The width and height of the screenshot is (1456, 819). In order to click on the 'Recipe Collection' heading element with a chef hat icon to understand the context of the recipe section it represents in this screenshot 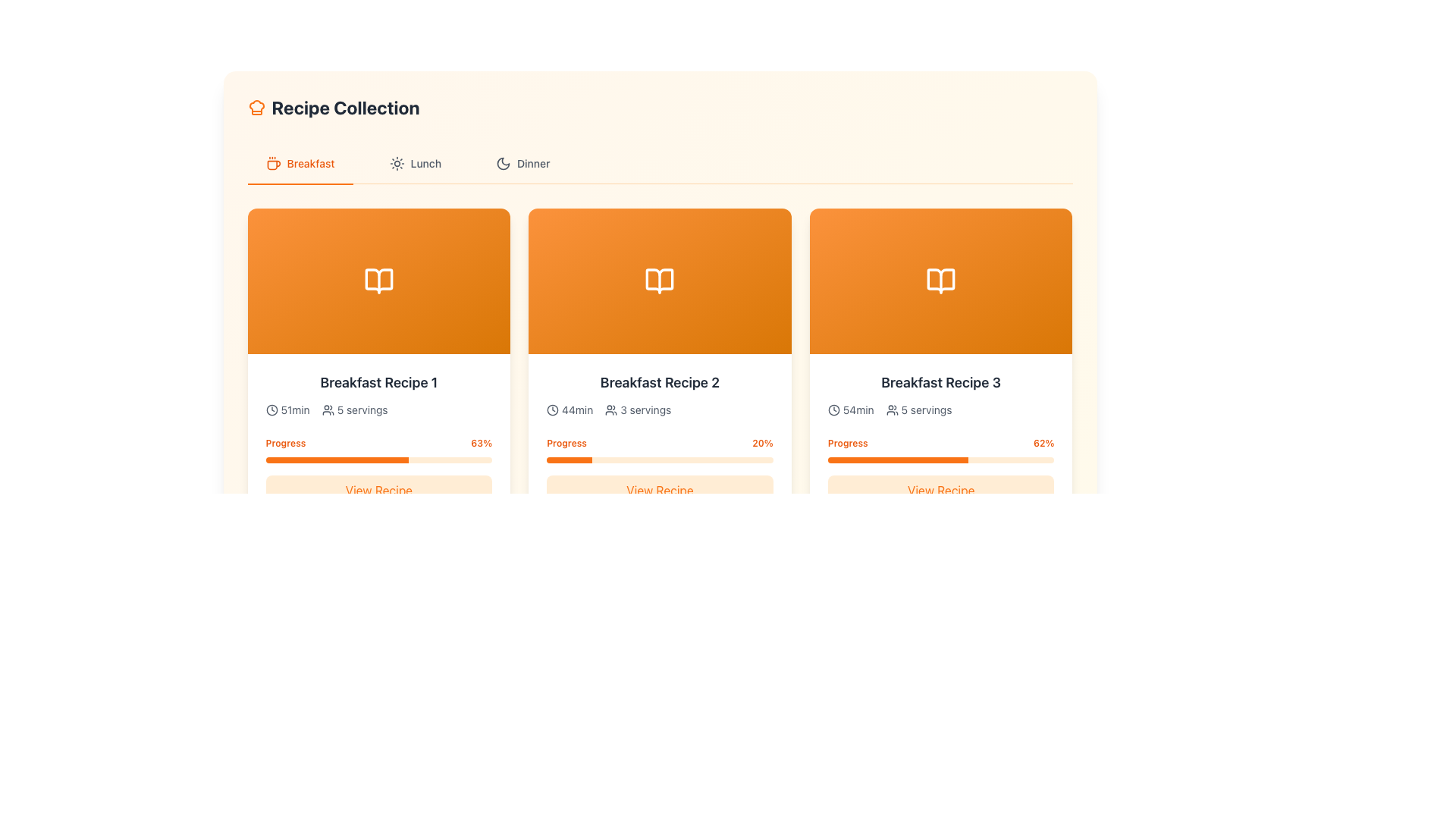, I will do `click(333, 107)`.